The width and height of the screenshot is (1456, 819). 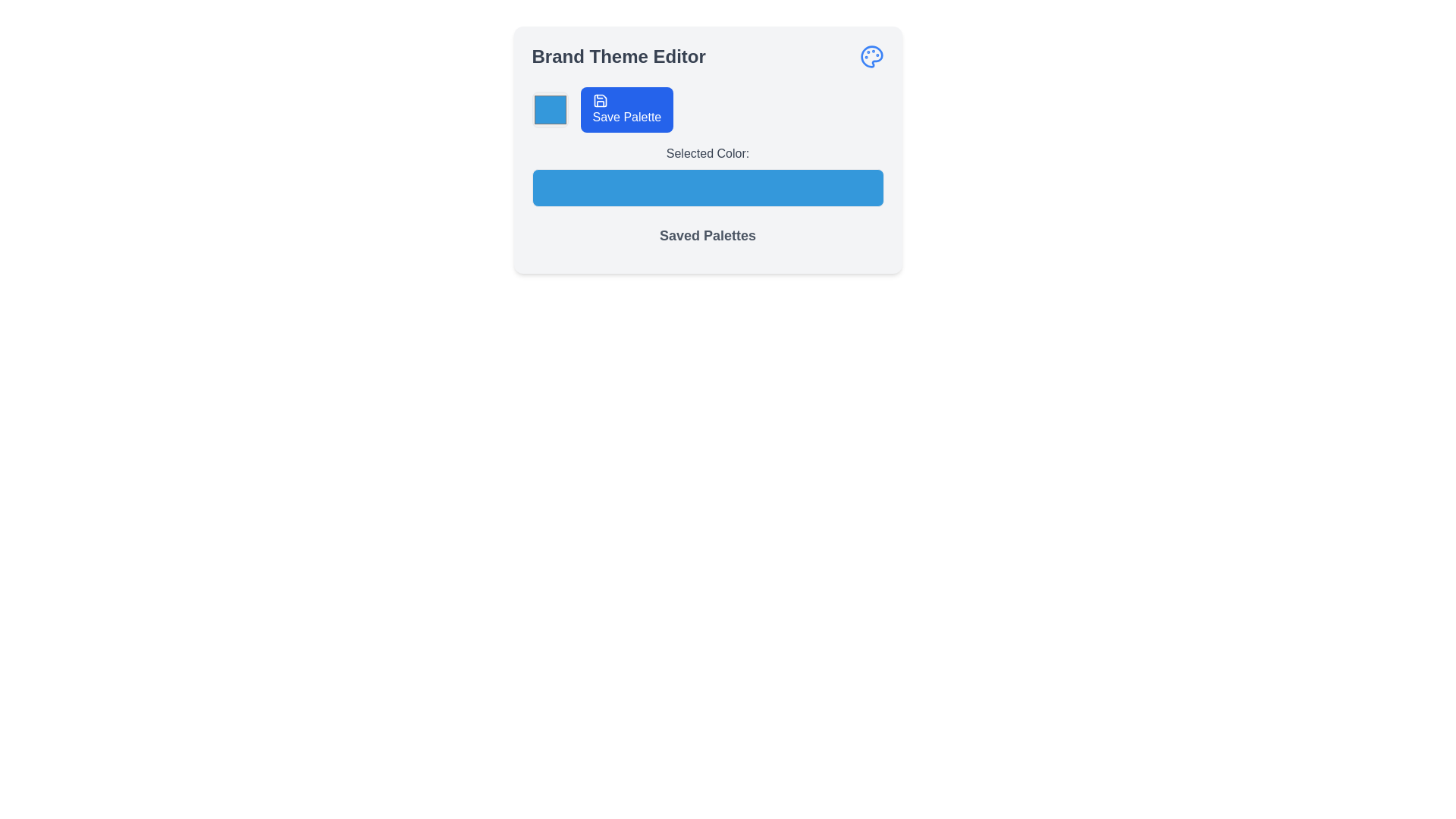 I want to click on the static display element indicating the currently selected color in the color palette editor, labeled 'Selected Color:', which is located in the center-right part of the interface, so click(x=707, y=174).